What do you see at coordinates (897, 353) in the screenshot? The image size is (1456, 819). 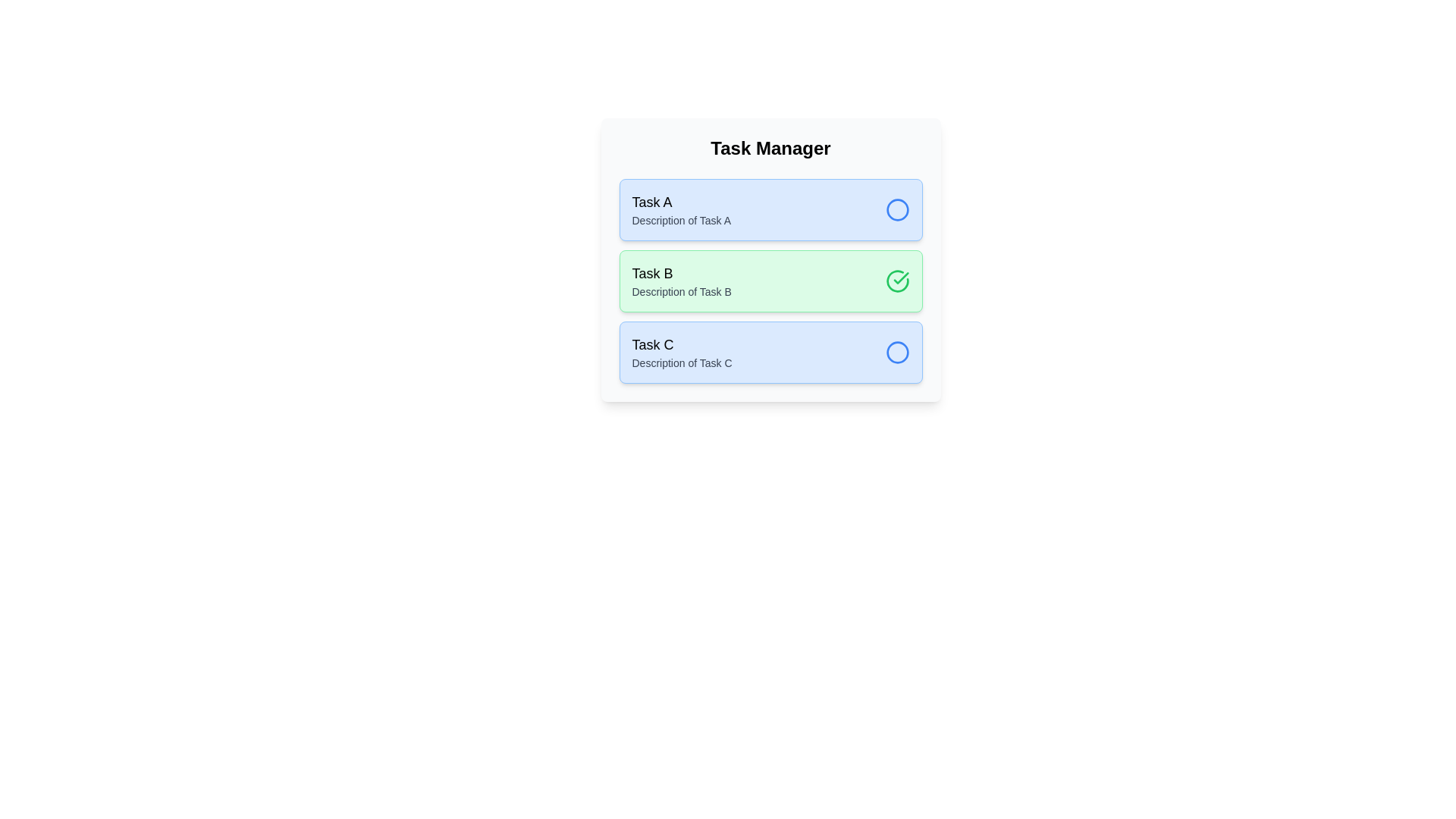 I see `the circular icon in the top-right corner of the 'Task A' card, which indicates a pending status` at bounding box center [897, 353].